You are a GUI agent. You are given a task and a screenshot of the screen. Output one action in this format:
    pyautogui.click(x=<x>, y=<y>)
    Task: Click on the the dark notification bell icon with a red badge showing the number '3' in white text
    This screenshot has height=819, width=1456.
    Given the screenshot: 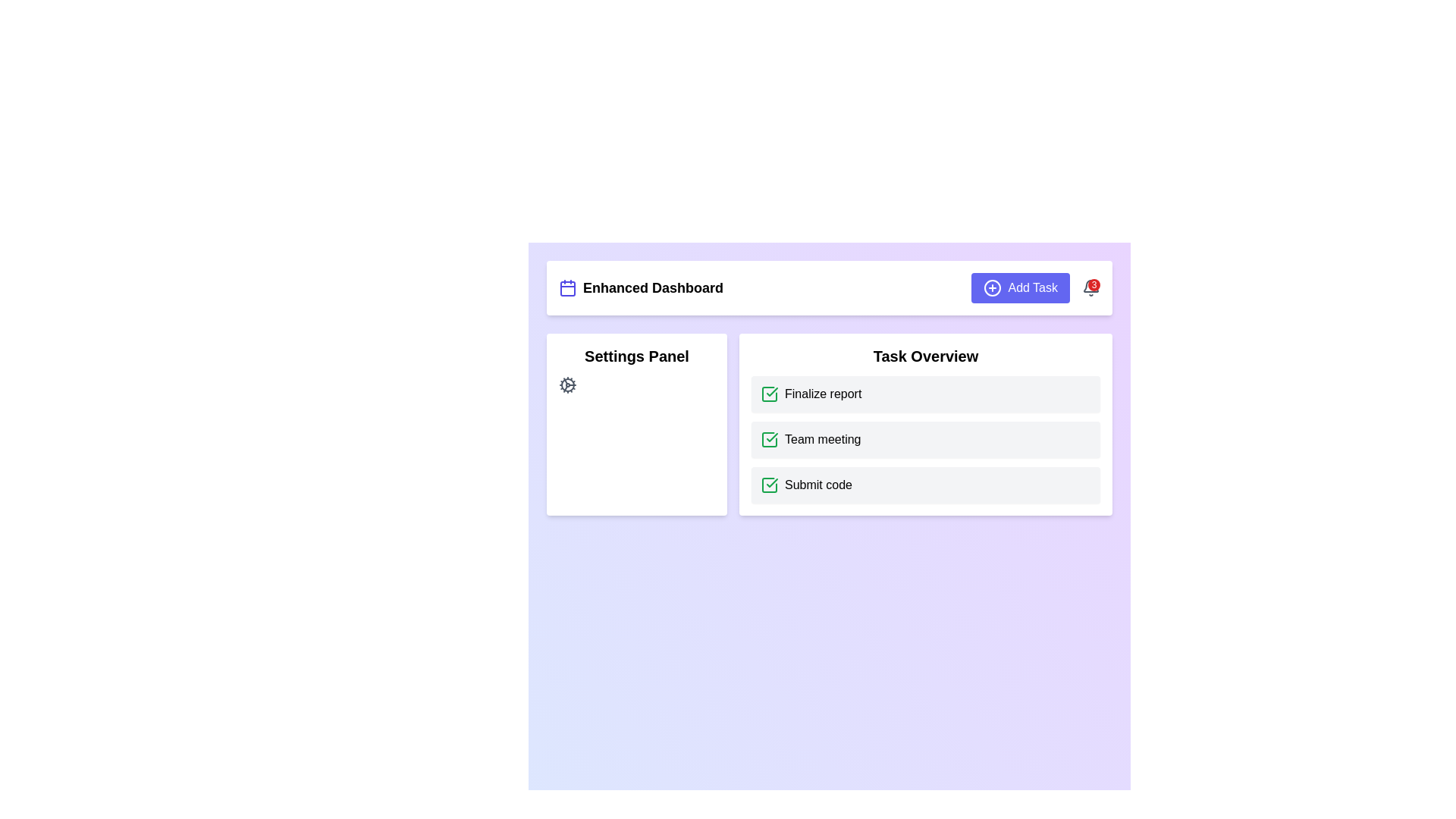 What is the action you would take?
    pyautogui.click(x=1090, y=288)
    